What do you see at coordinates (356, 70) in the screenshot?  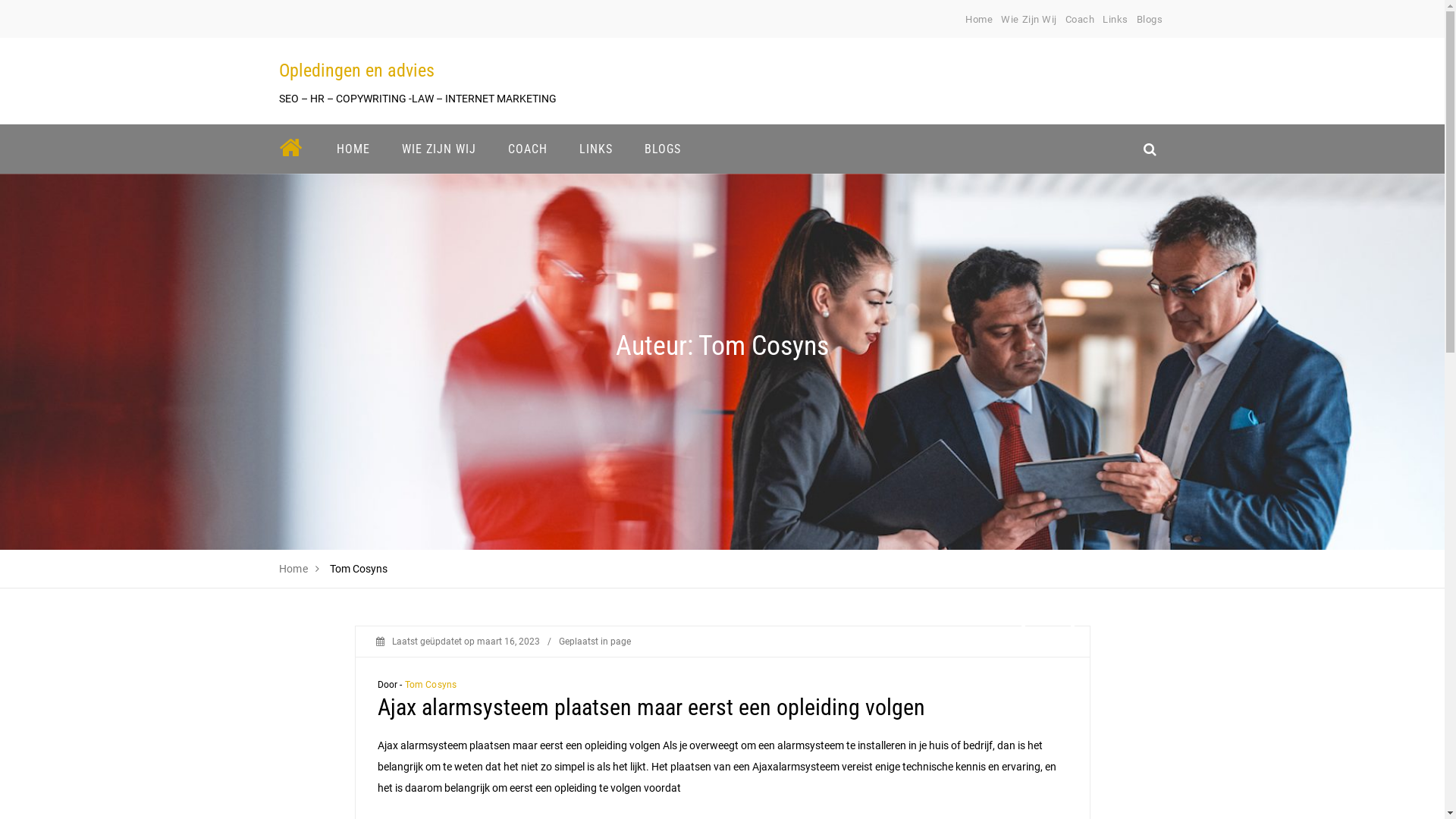 I see `'Opledingen en advies'` at bounding box center [356, 70].